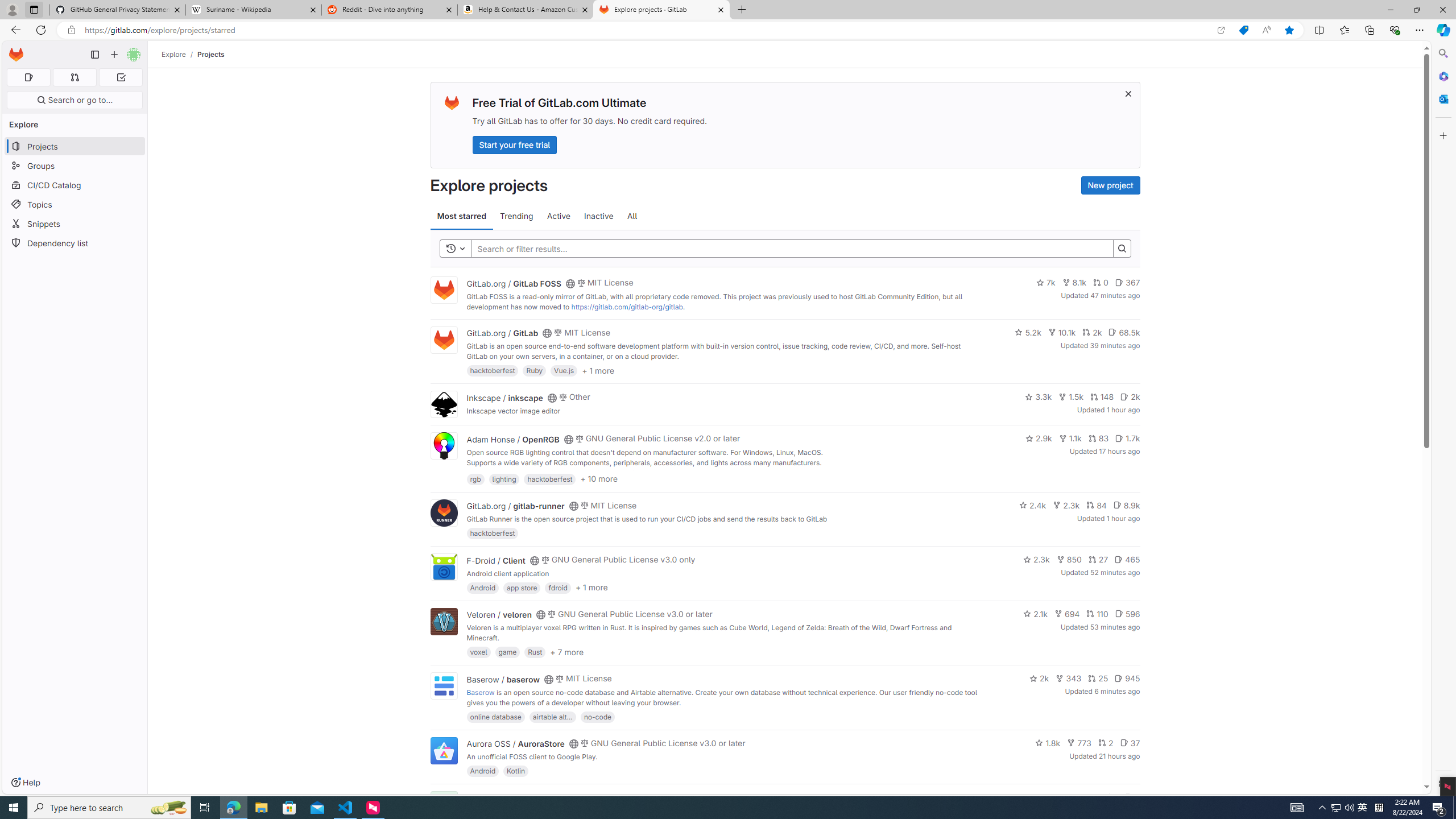 This screenshot has height=819, width=1456. Describe the element at coordinates (1039, 438) in the screenshot. I see `'2.9k'` at that location.